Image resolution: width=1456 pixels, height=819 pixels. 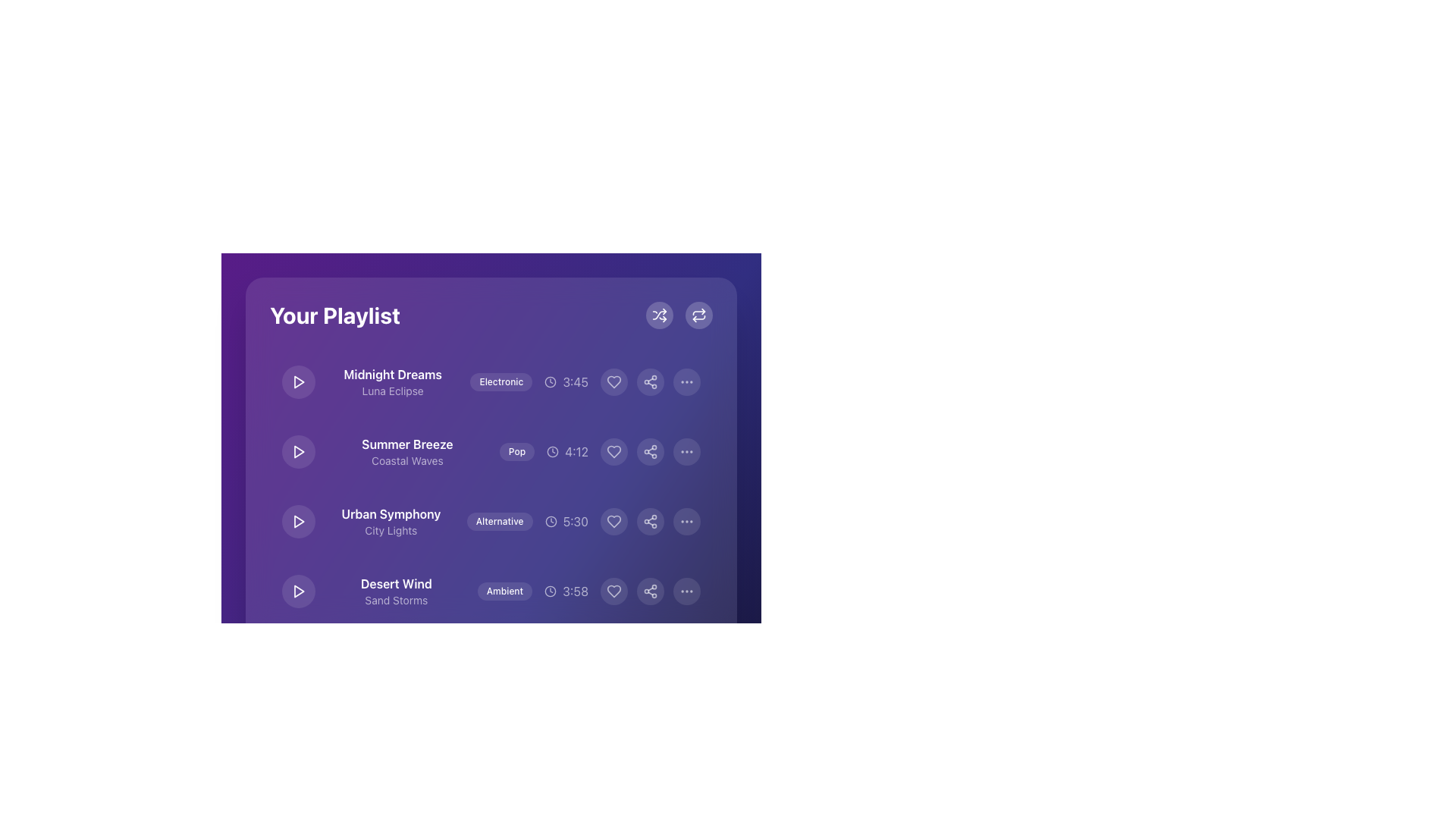 What do you see at coordinates (686, 520) in the screenshot?
I see `the rightmost button in the third row of a vertical list` at bounding box center [686, 520].